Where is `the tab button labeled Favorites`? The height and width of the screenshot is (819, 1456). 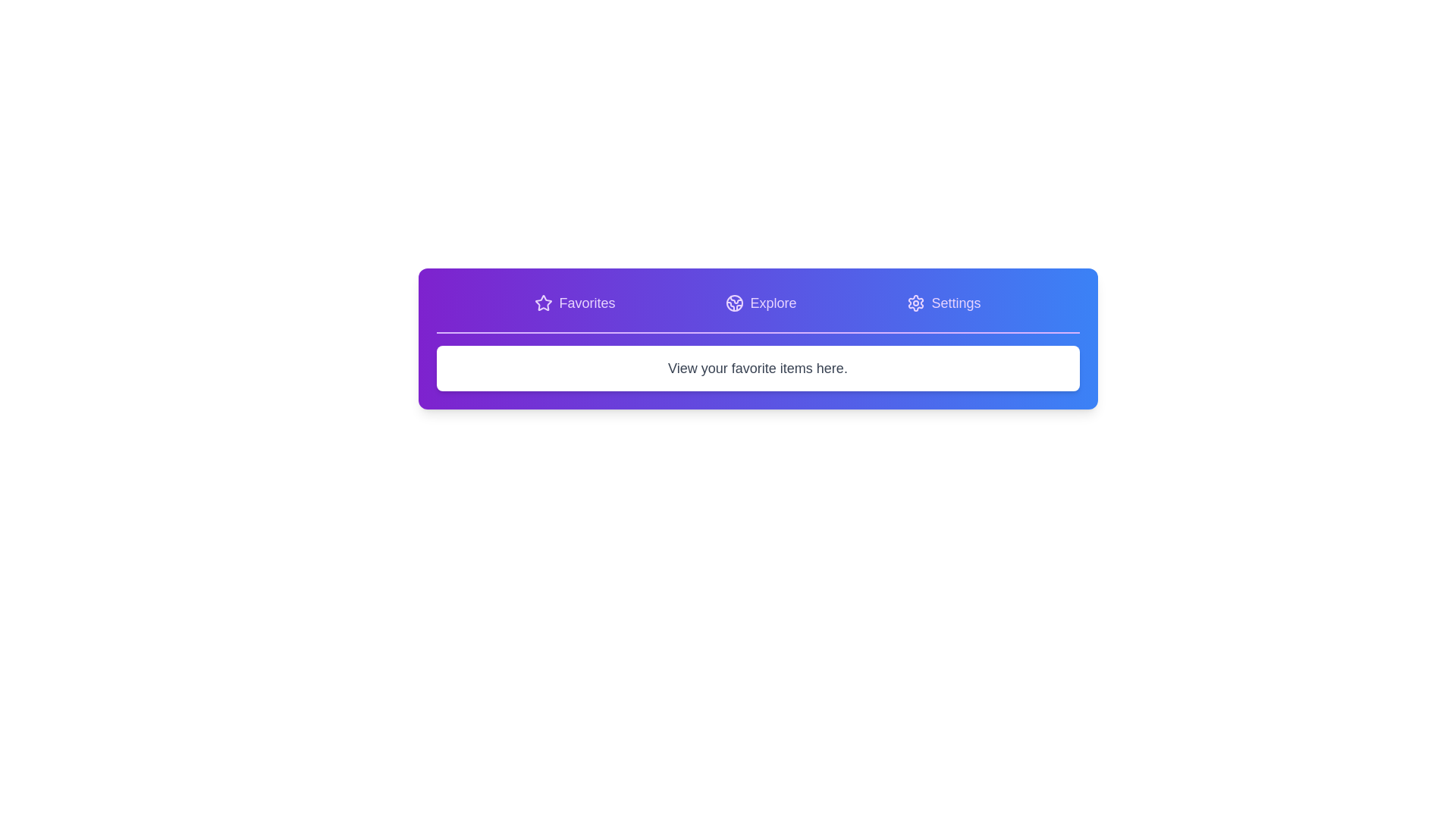 the tab button labeled Favorites is located at coordinates (574, 303).